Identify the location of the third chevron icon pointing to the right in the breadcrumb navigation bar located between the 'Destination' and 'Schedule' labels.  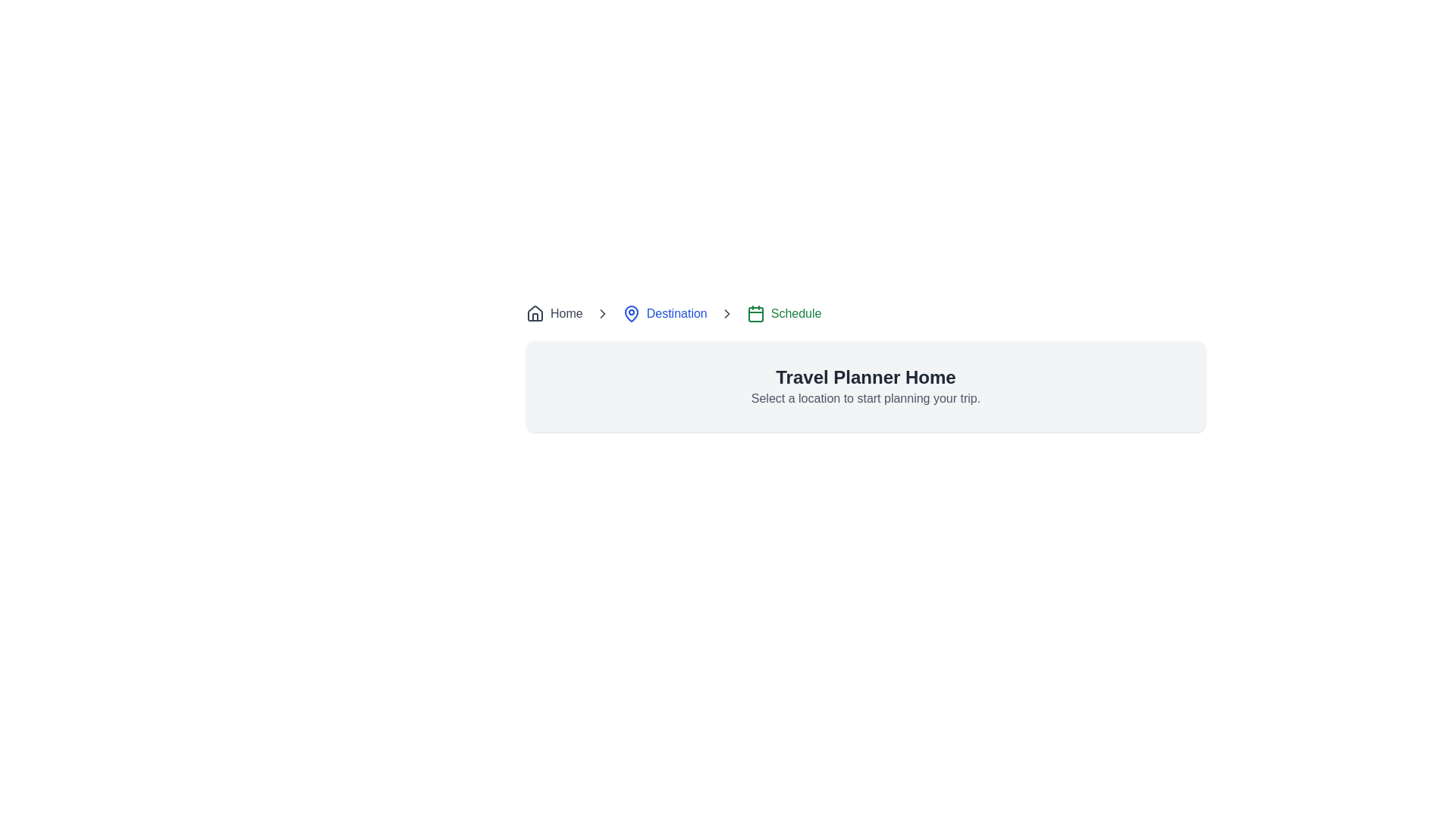
(726, 312).